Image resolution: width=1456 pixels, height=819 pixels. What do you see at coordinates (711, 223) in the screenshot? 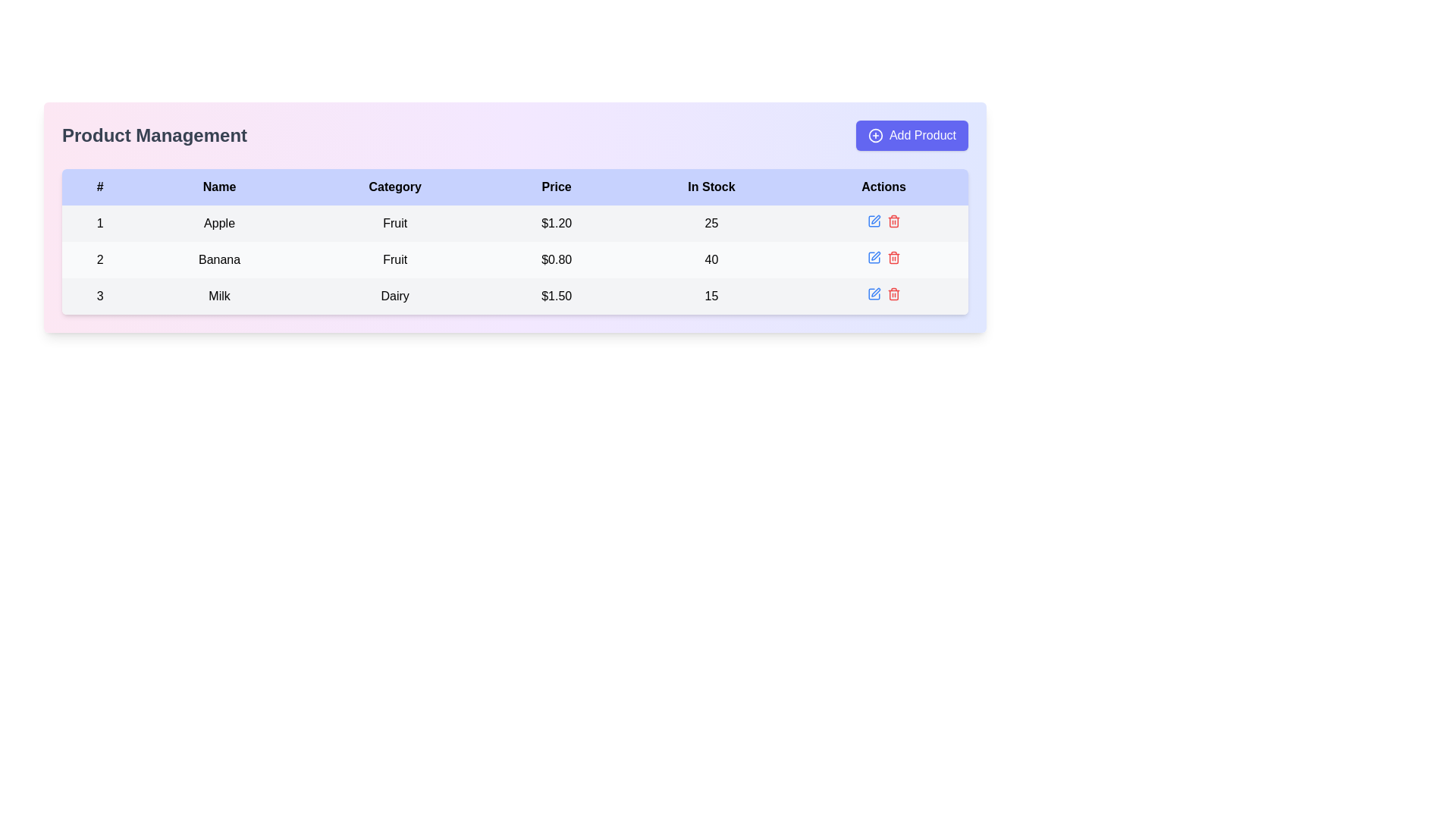
I see `the Text Label displaying the stock quantity of 'Apple' in the first row of the table under 'In Stock'` at bounding box center [711, 223].